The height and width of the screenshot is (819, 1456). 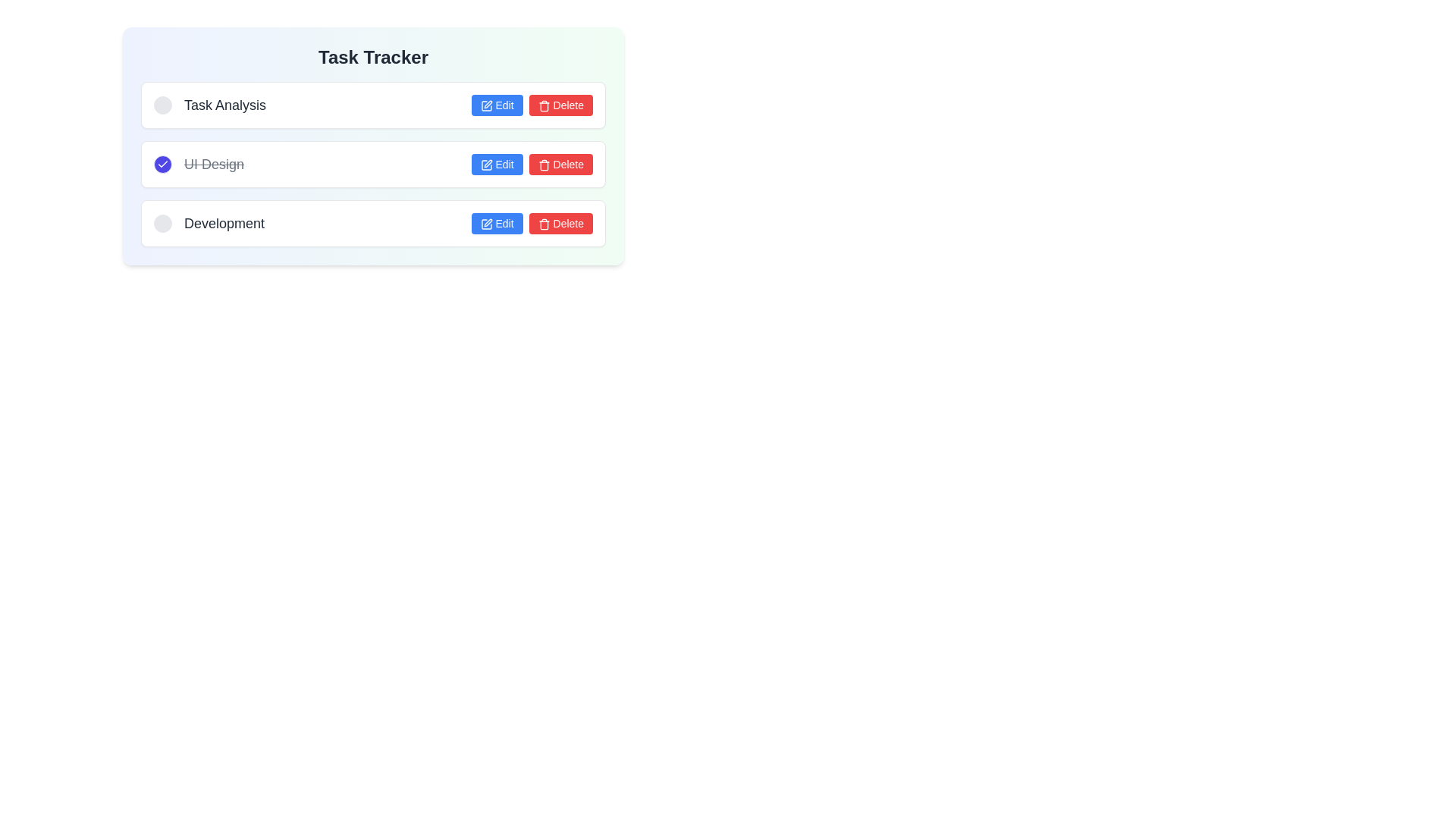 I want to click on the 'Edit' button and the 'Delete' button in the button group located in the second row of the task list in the 'Task Tracker' interface, which contains blue and red buttons respectively, so click(x=532, y=164).